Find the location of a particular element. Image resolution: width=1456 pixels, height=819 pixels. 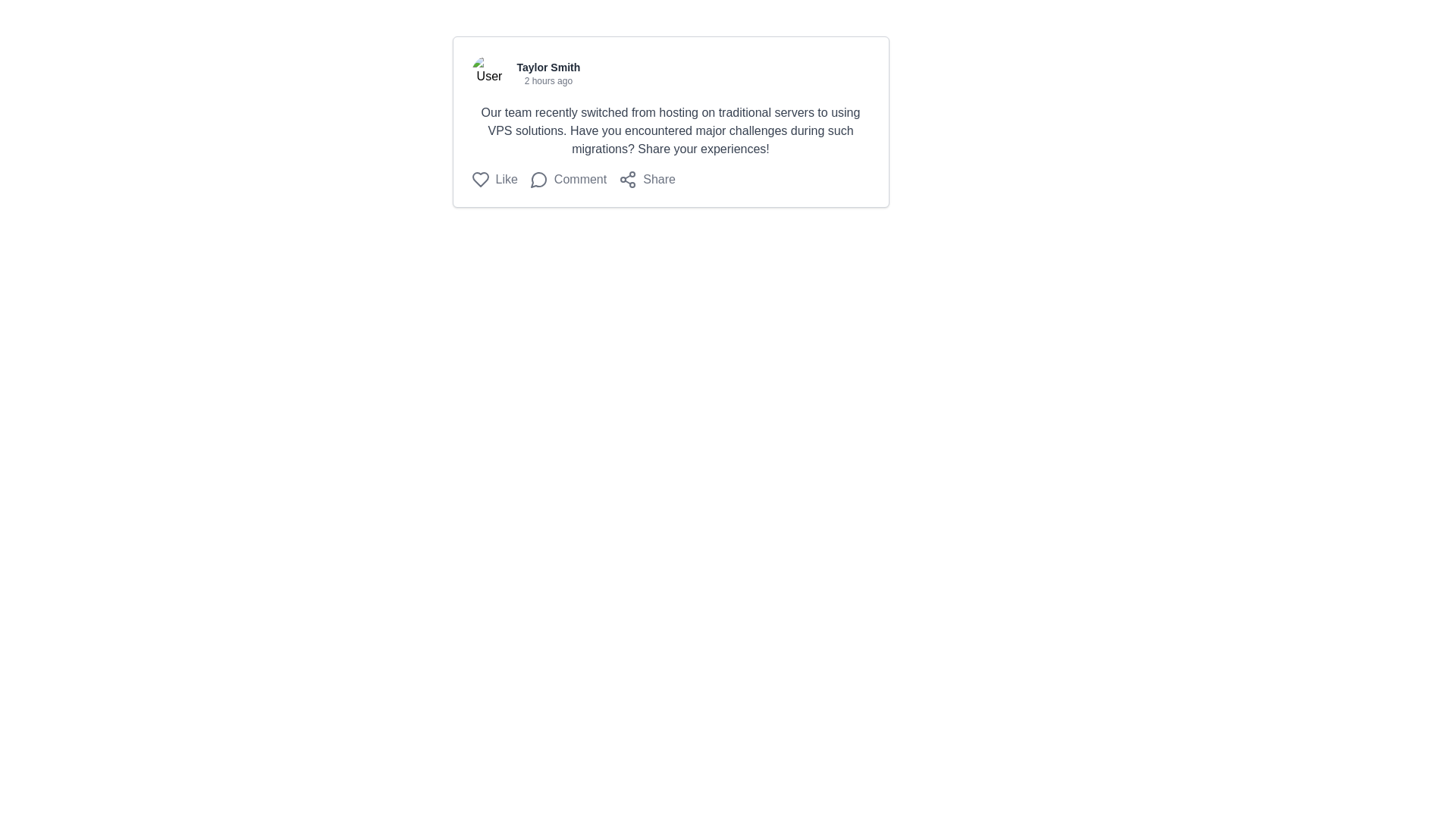

the 'Like' text label, which is styled in gray and positioned to the right of a heart icon in a horizontal layout is located at coordinates (507, 178).